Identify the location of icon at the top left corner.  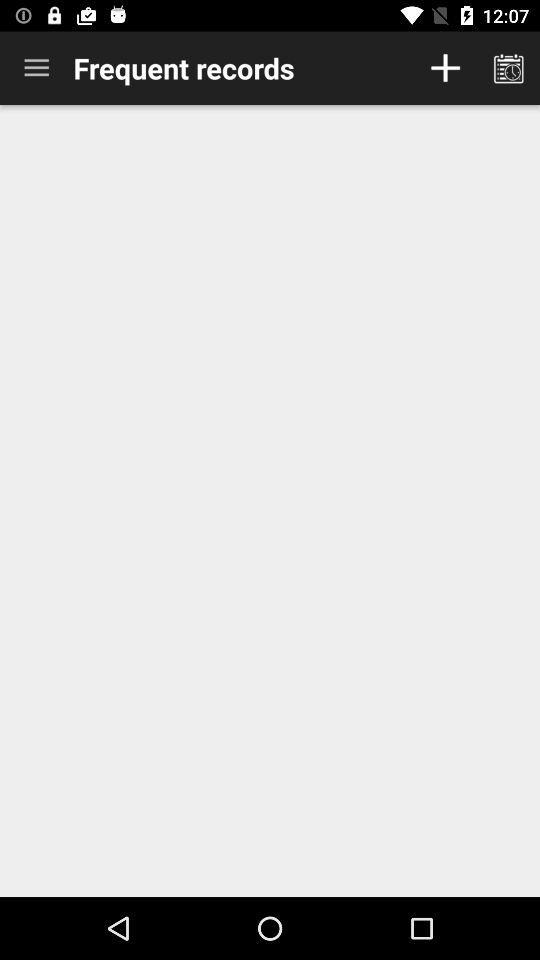
(36, 68).